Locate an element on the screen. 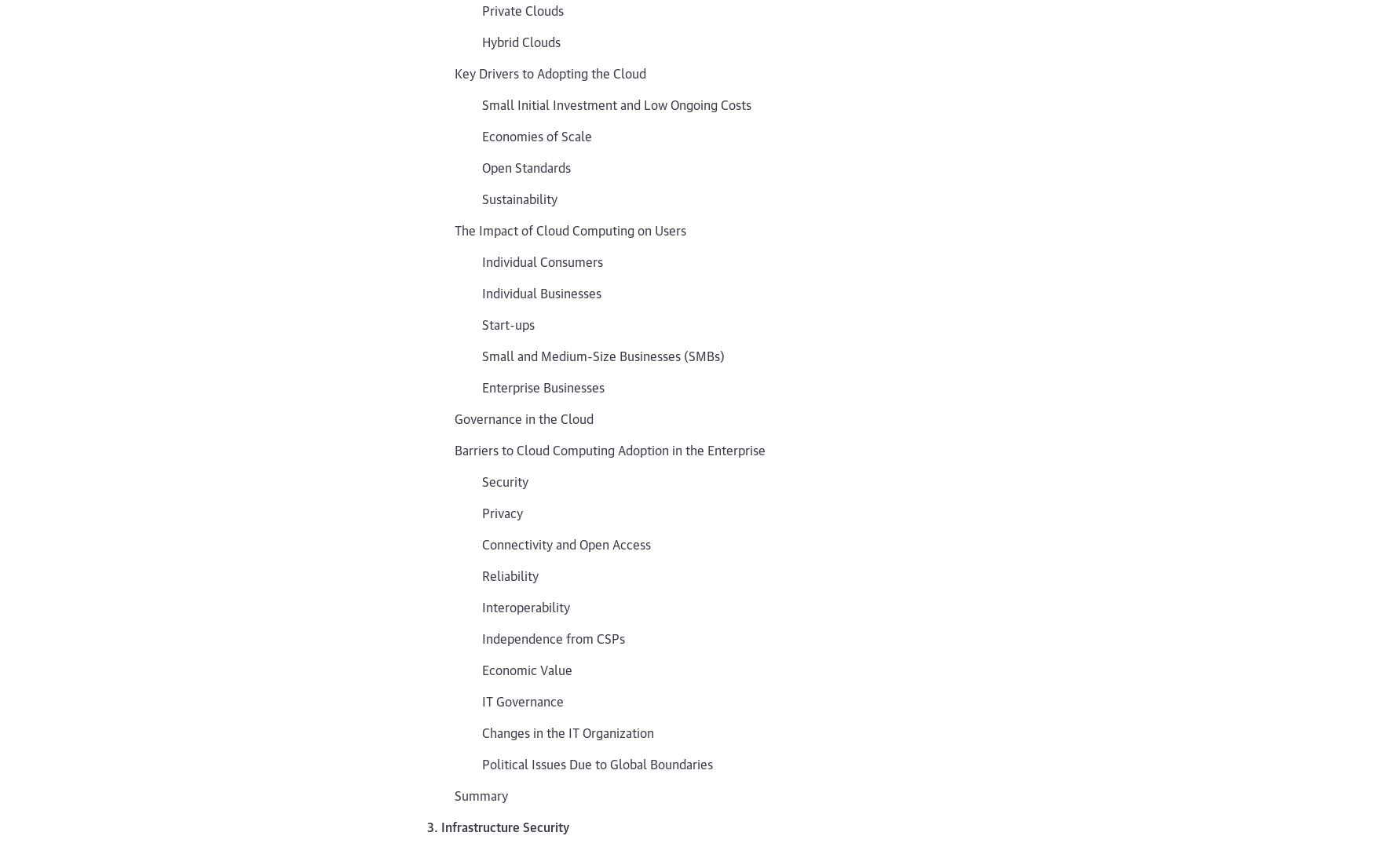 Image resolution: width=1400 pixels, height=847 pixels. 'Security' is located at coordinates (505, 480).